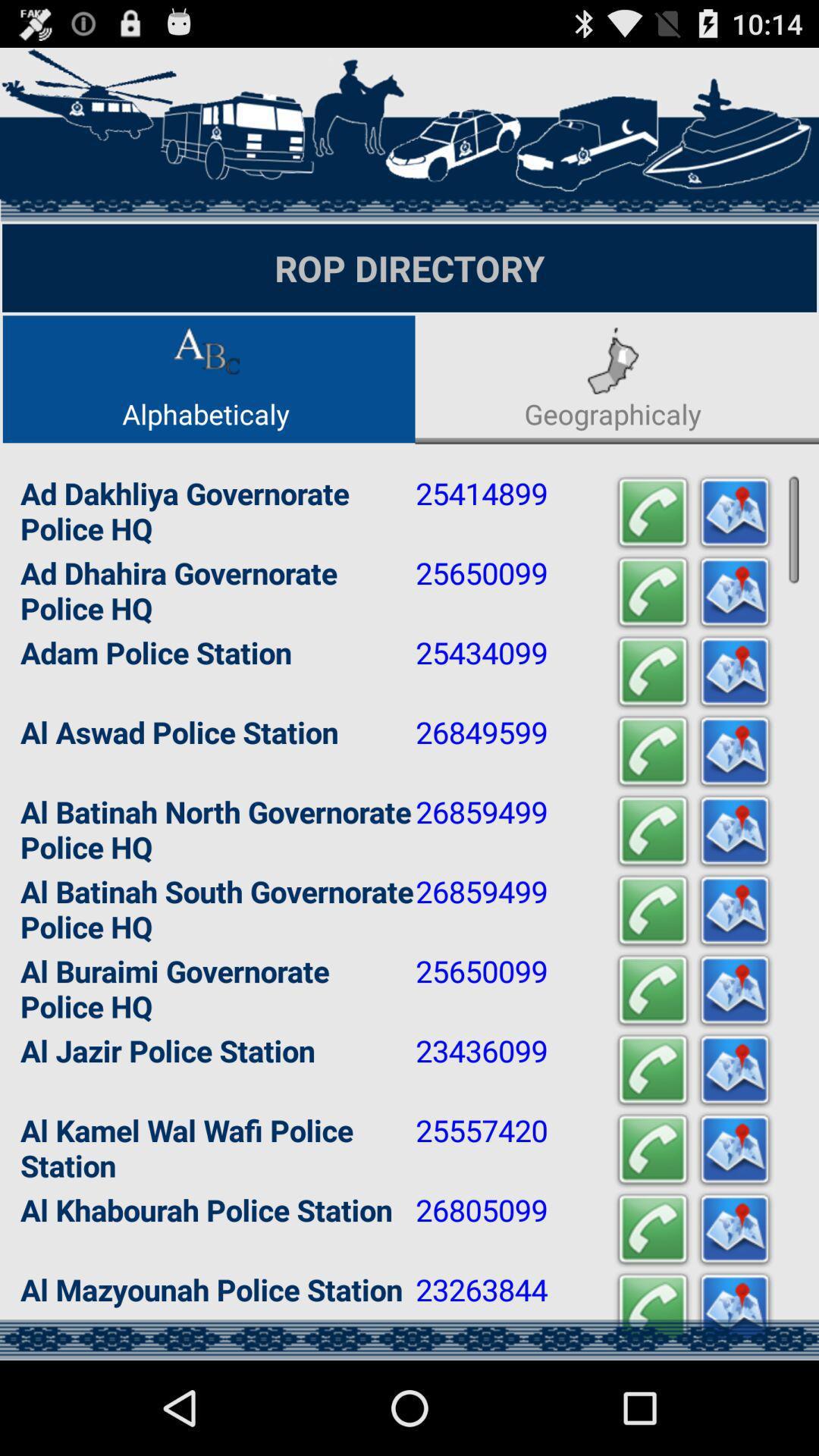 This screenshot has width=819, height=1456. I want to click on directions, so click(733, 1150).